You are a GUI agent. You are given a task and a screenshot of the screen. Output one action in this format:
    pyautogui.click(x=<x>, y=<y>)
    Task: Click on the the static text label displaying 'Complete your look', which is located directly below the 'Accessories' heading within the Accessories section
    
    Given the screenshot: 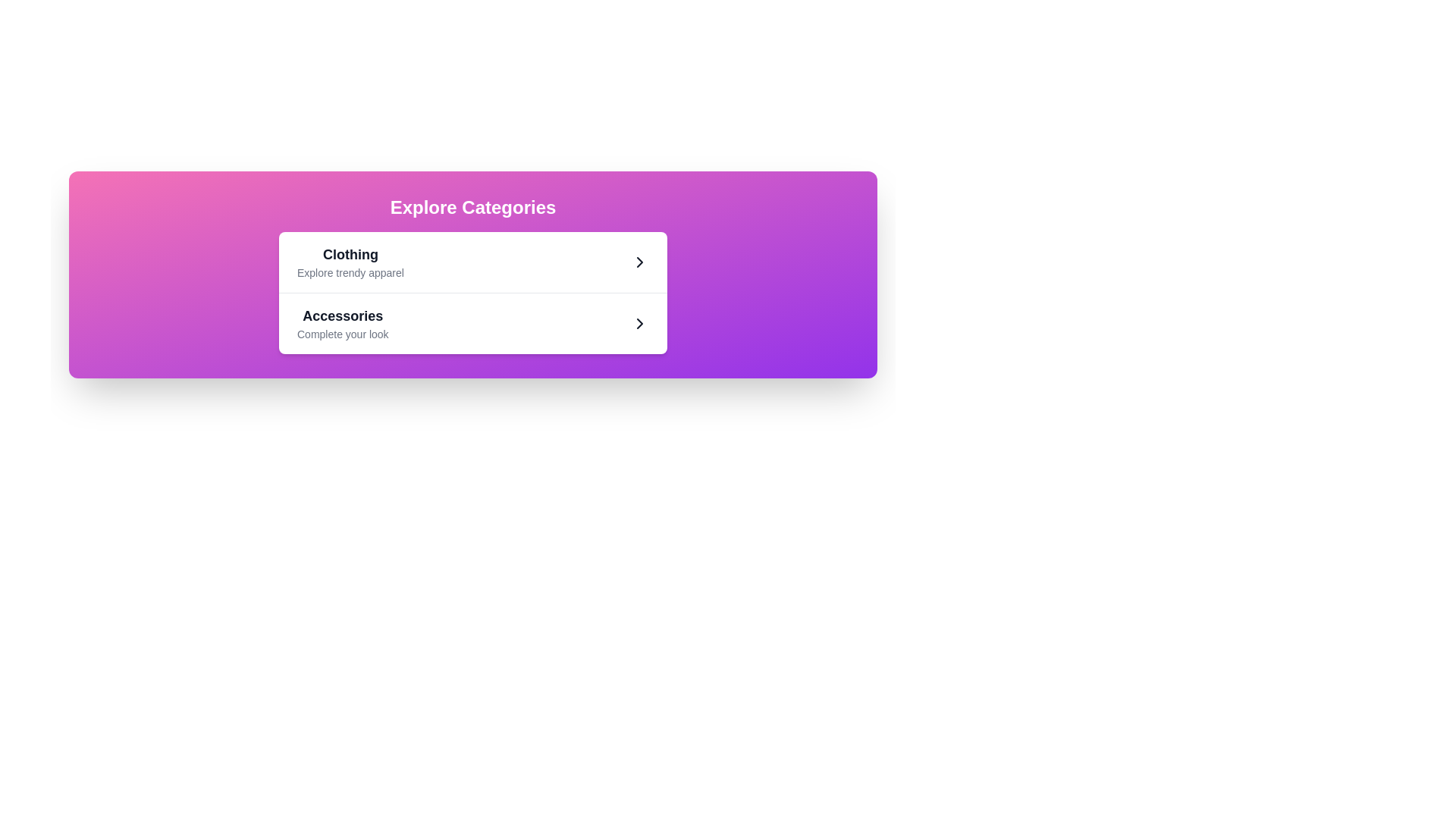 What is the action you would take?
    pyautogui.click(x=342, y=333)
    